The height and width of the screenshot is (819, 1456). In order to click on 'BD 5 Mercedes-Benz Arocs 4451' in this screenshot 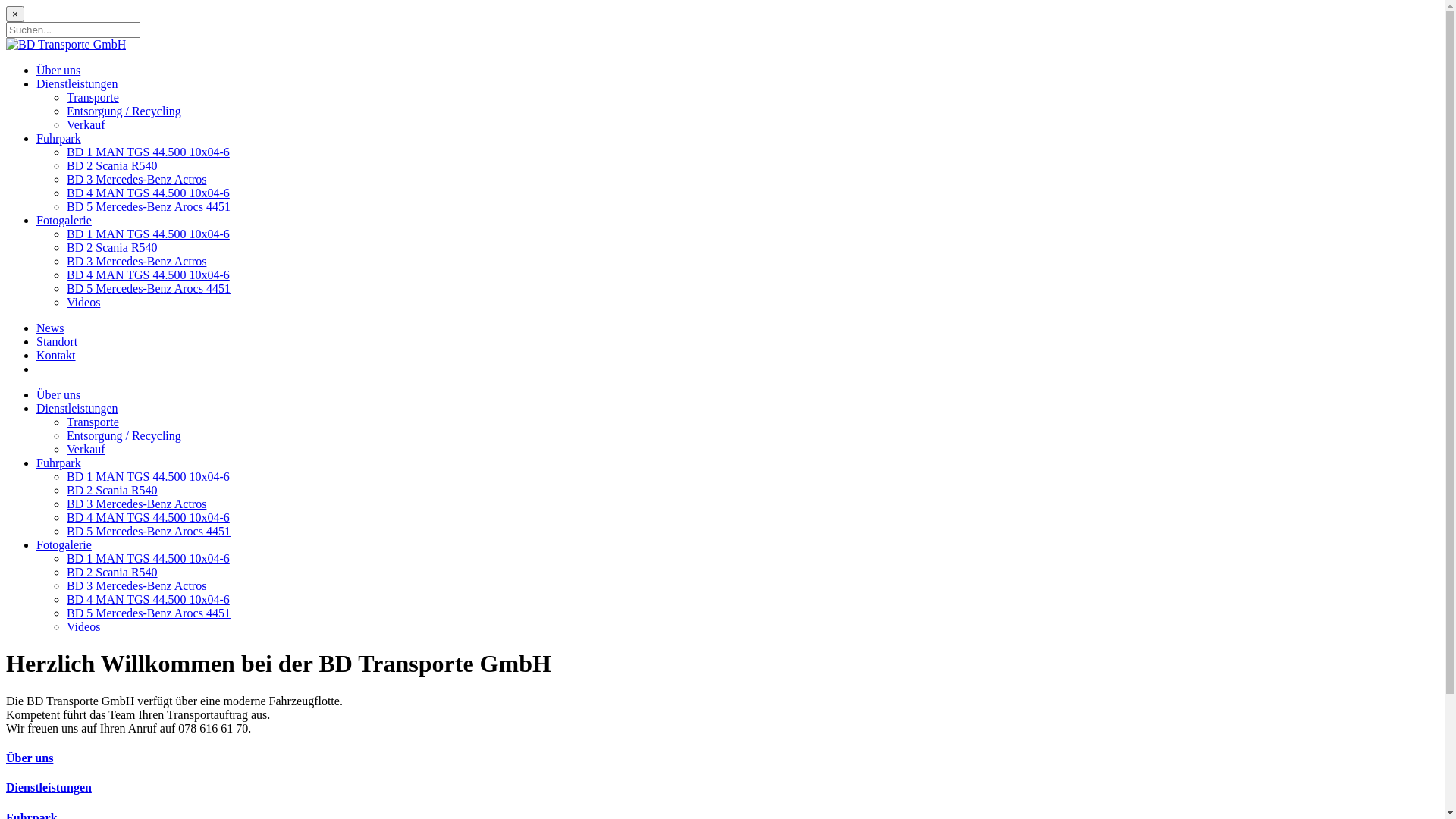, I will do `click(65, 530)`.